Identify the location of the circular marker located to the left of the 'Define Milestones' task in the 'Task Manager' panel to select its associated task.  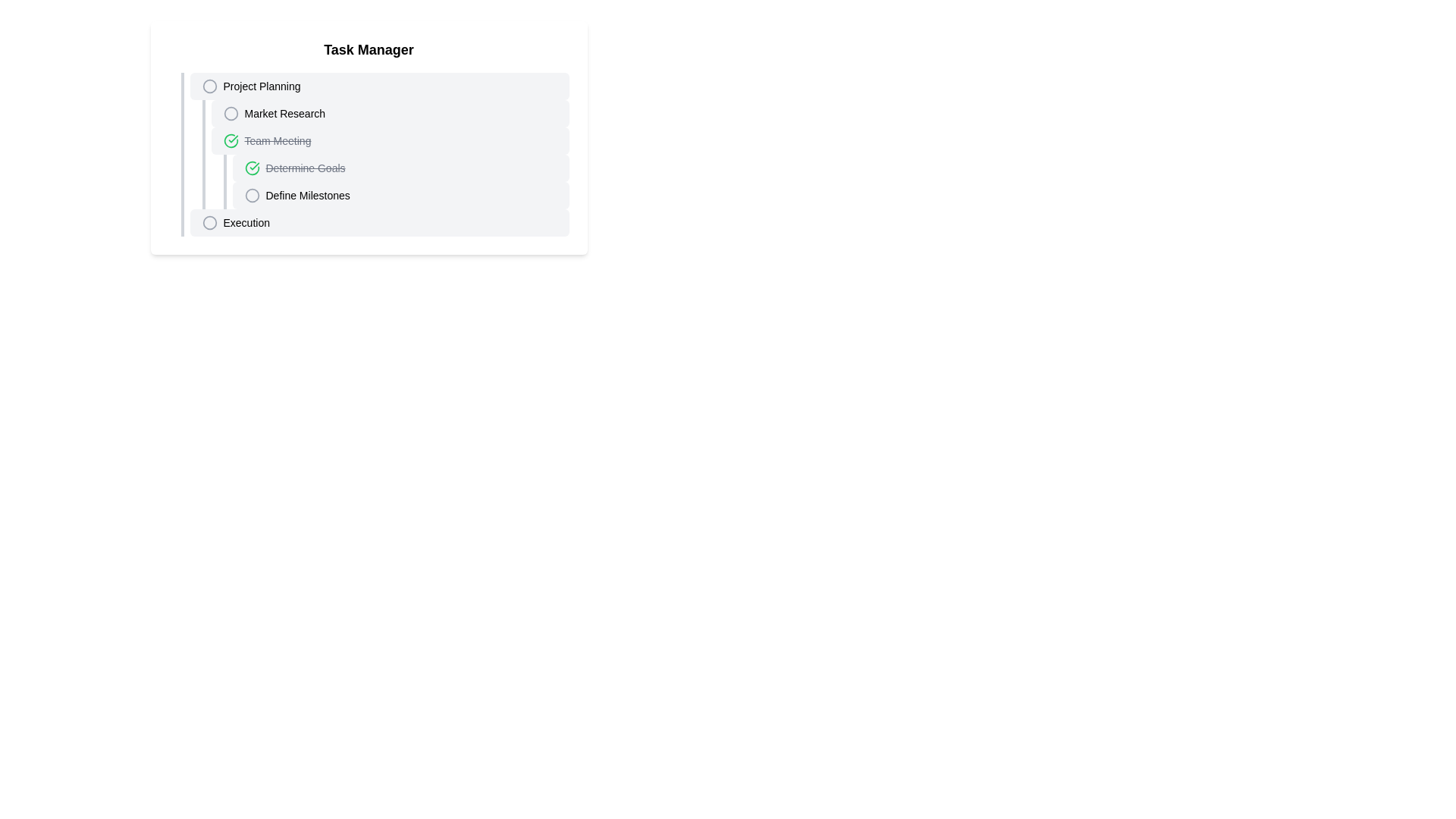
(252, 195).